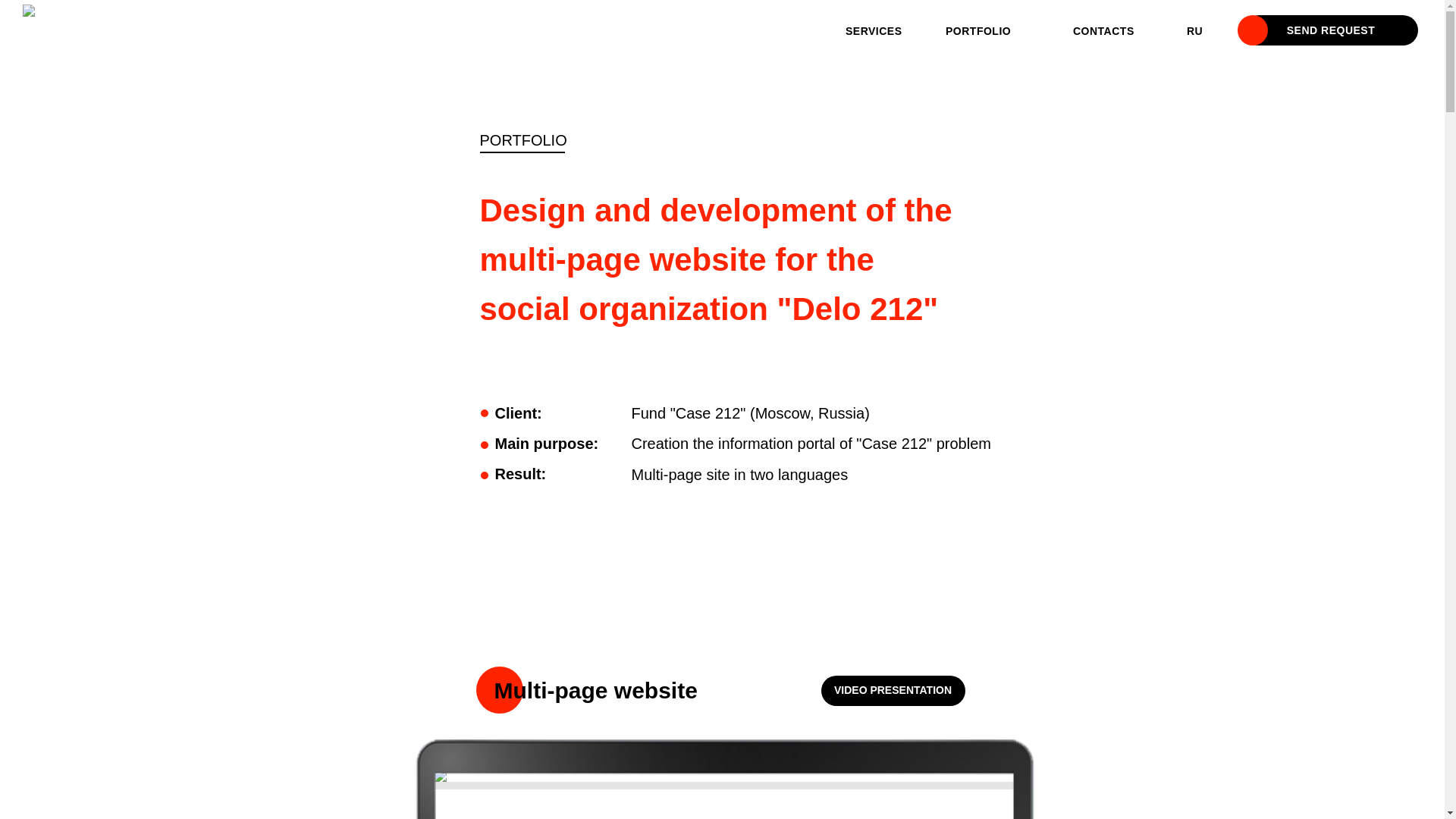 This screenshot has width=1456, height=819. What do you see at coordinates (1330, 30) in the screenshot?
I see `'SEND REQUEST'` at bounding box center [1330, 30].